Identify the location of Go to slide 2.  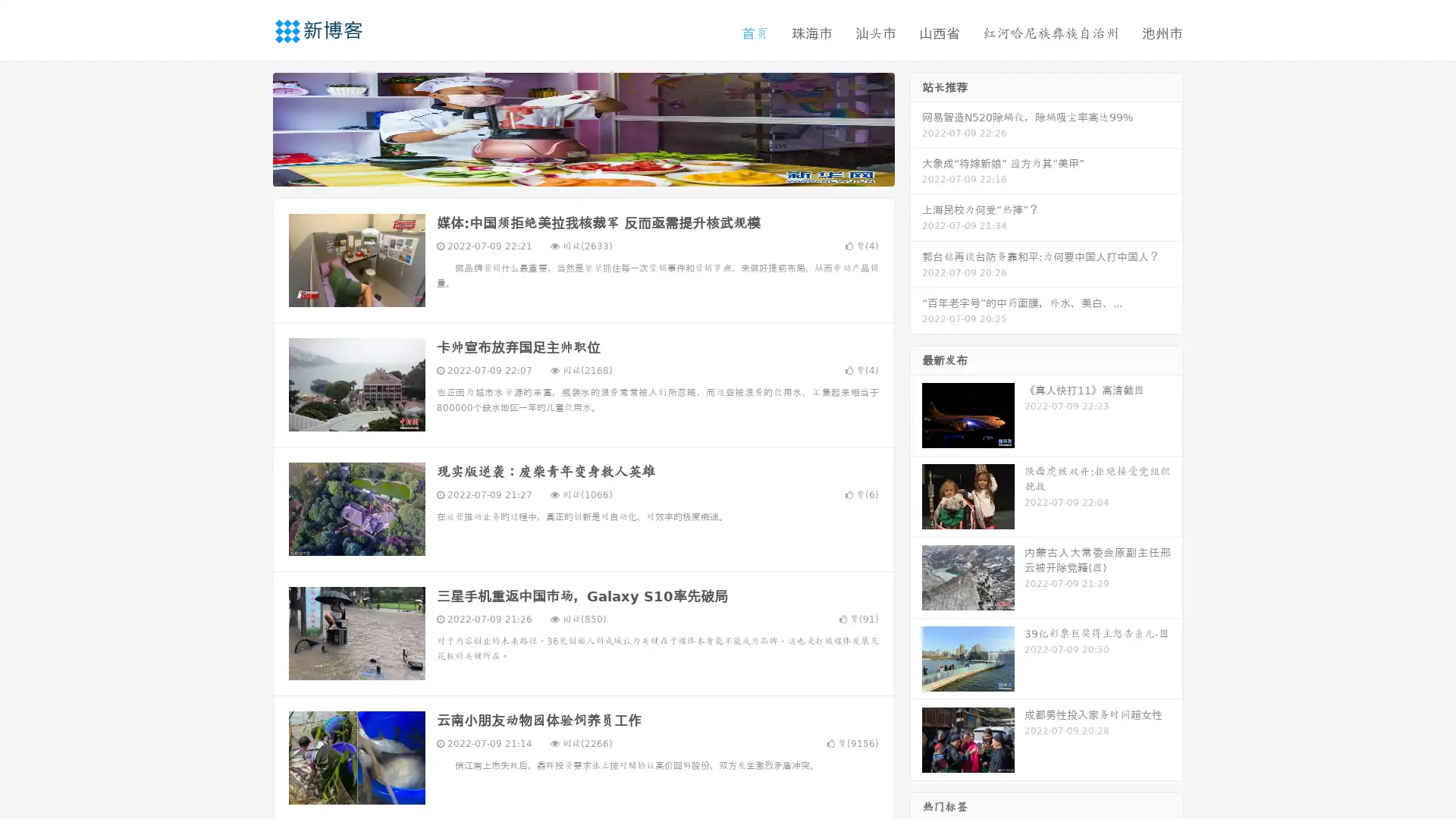
(582, 171).